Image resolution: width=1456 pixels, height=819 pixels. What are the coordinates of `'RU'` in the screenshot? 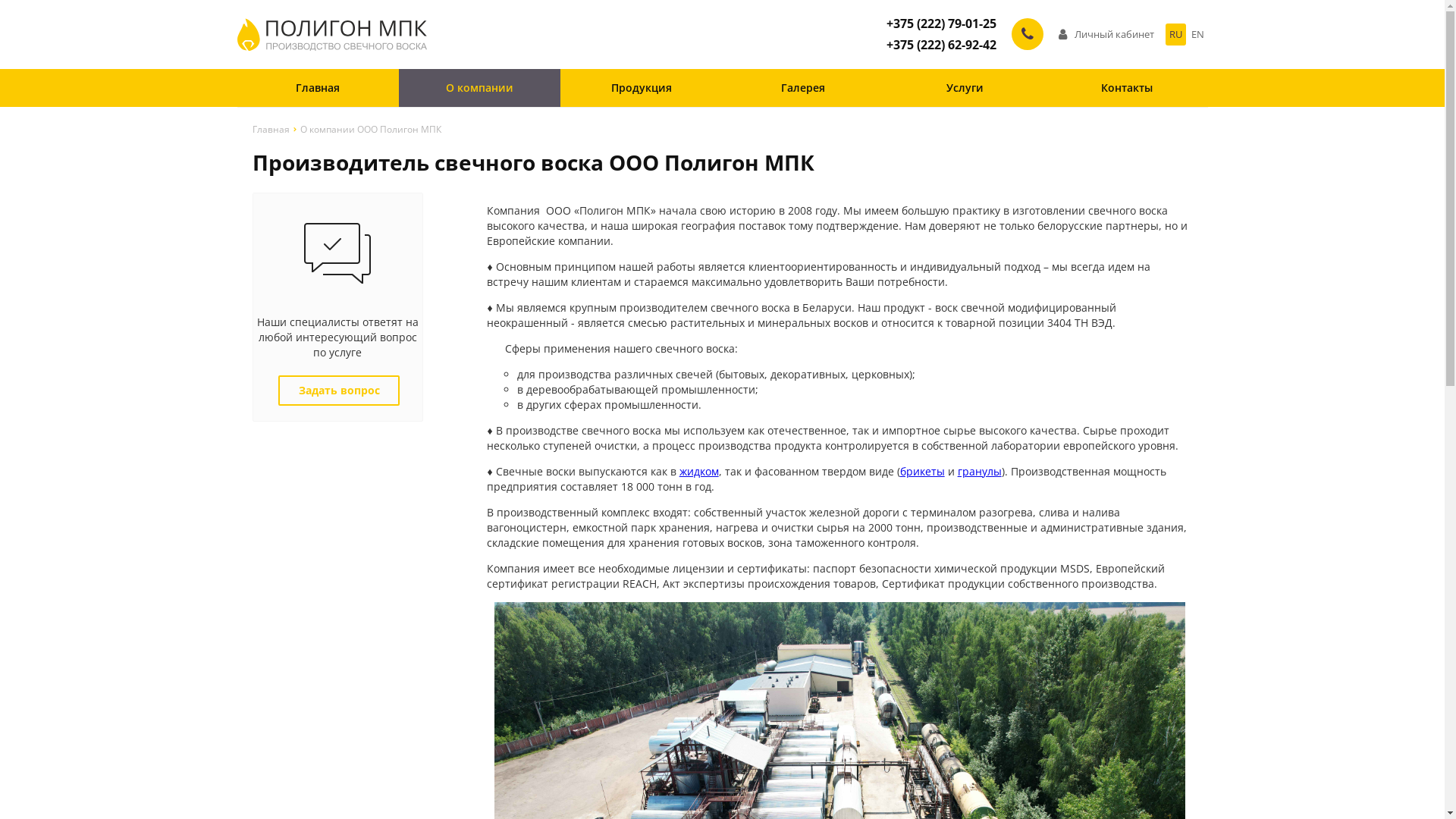 It's located at (1174, 34).